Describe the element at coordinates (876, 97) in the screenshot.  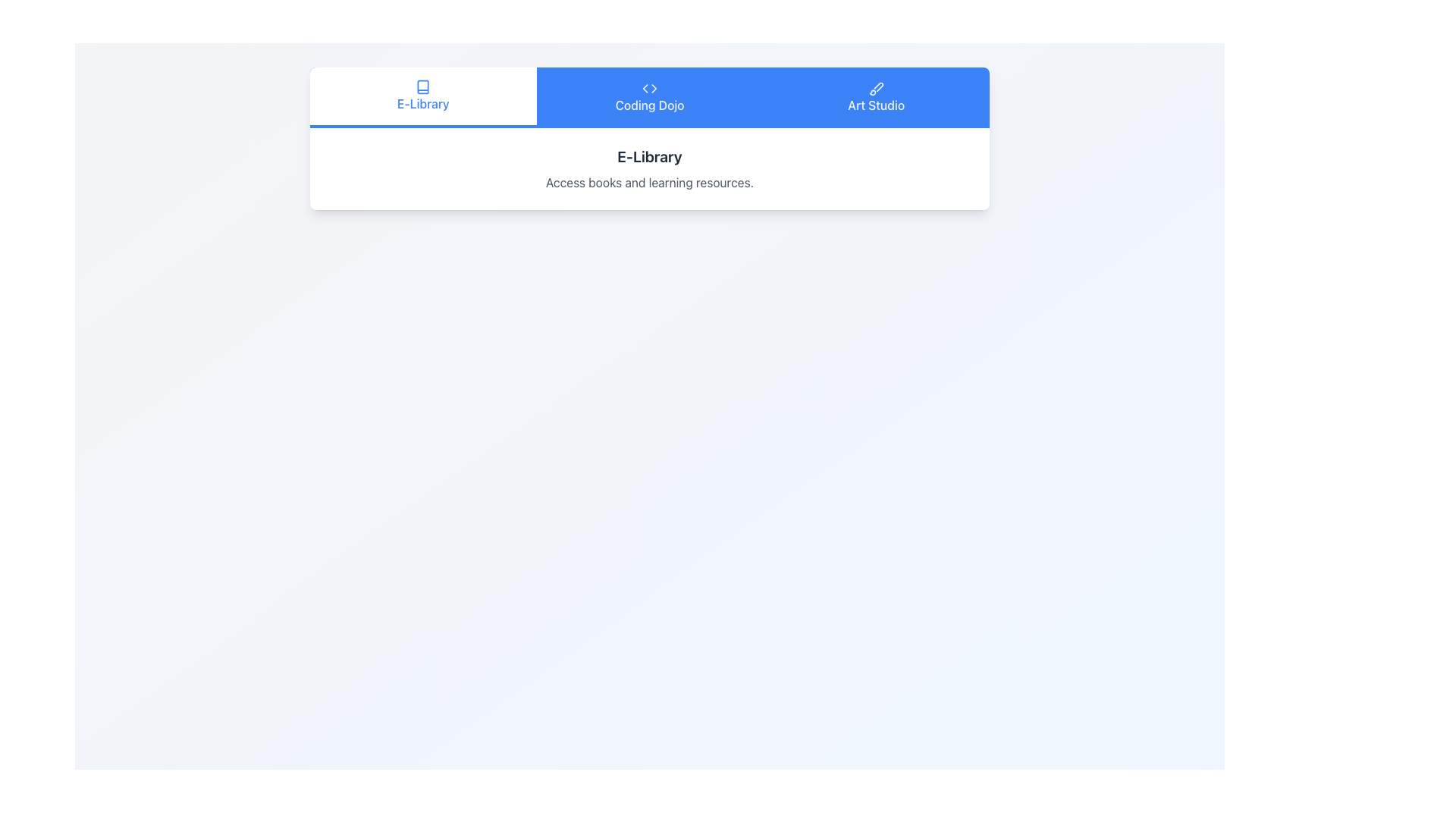
I see `the 'Art Studio' button, which is a vertical arrangement of a brush icon and the text 'Art Studio' with a blue background and white color` at that location.